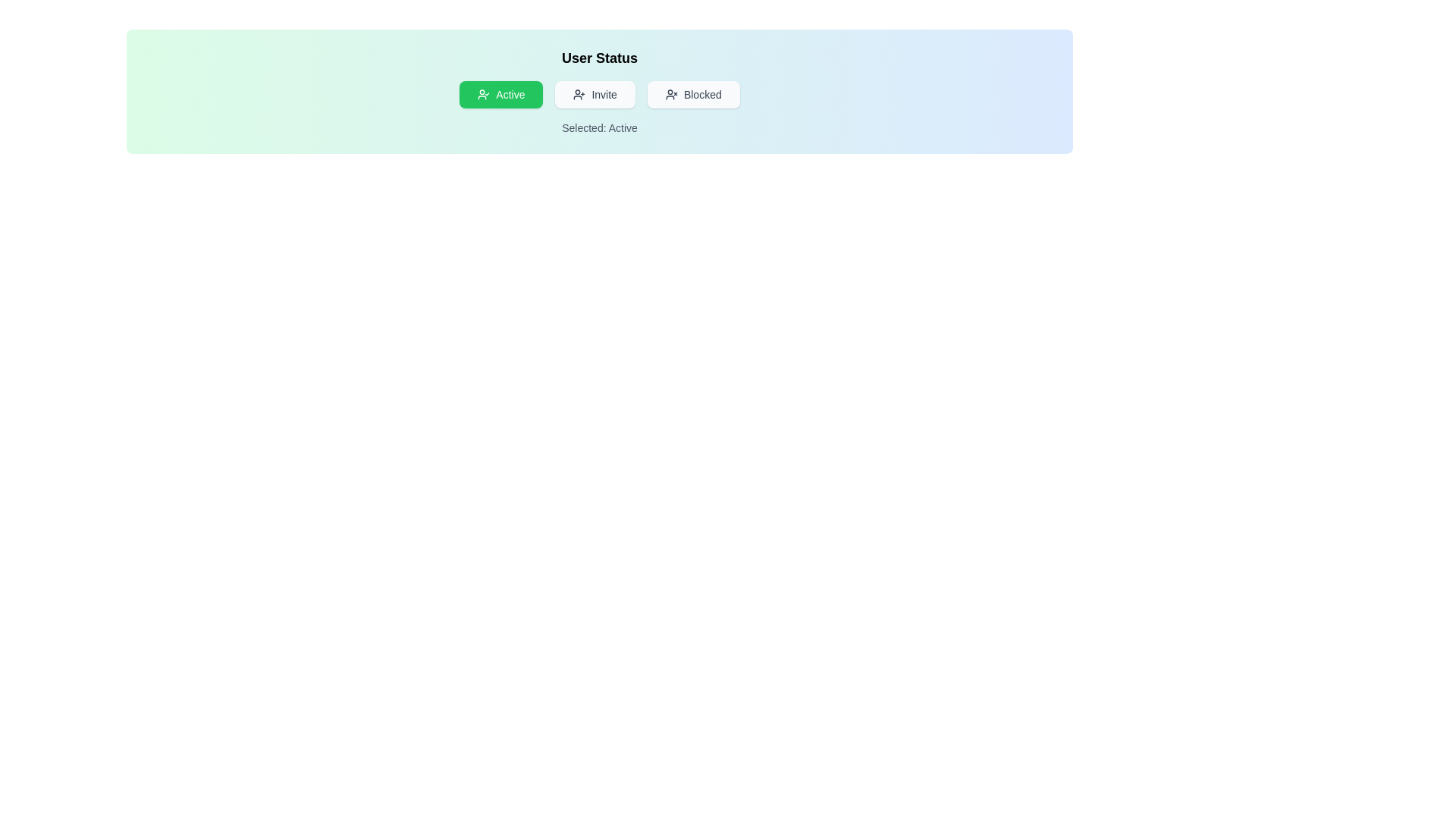 The height and width of the screenshot is (819, 1456). Describe the element at coordinates (693, 94) in the screenshot. I see `the chip labeled Blocked to change the user status` at that location.